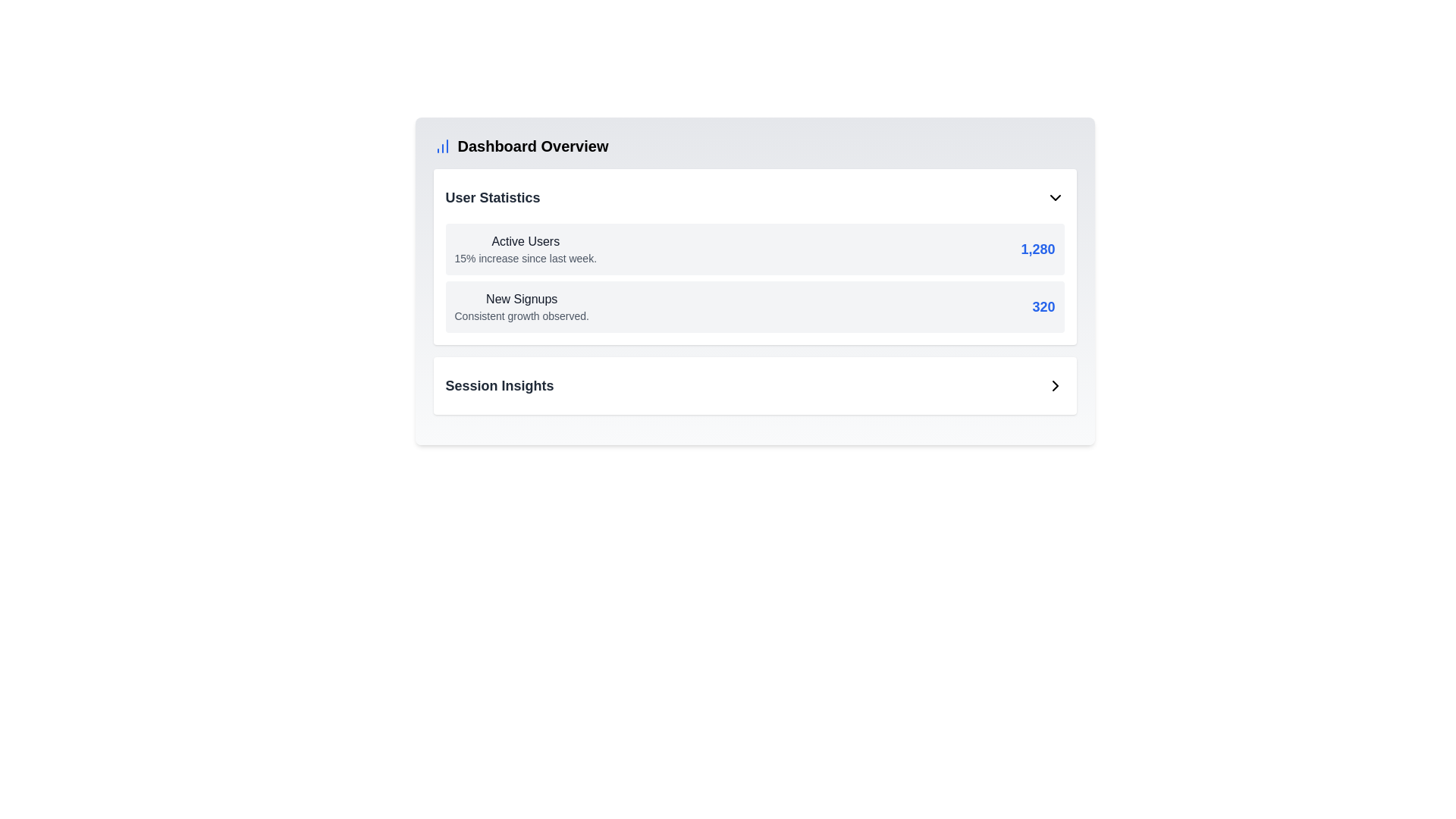 The width and height of the screenshot is (1456, 819). What do you see at coordinates (526, 248) in the screenshot?
I see `the 'Active Users' text block that displays the title and growth percentile summary in the top left portion of the dashboard interface` at bounding box center [526, 248].